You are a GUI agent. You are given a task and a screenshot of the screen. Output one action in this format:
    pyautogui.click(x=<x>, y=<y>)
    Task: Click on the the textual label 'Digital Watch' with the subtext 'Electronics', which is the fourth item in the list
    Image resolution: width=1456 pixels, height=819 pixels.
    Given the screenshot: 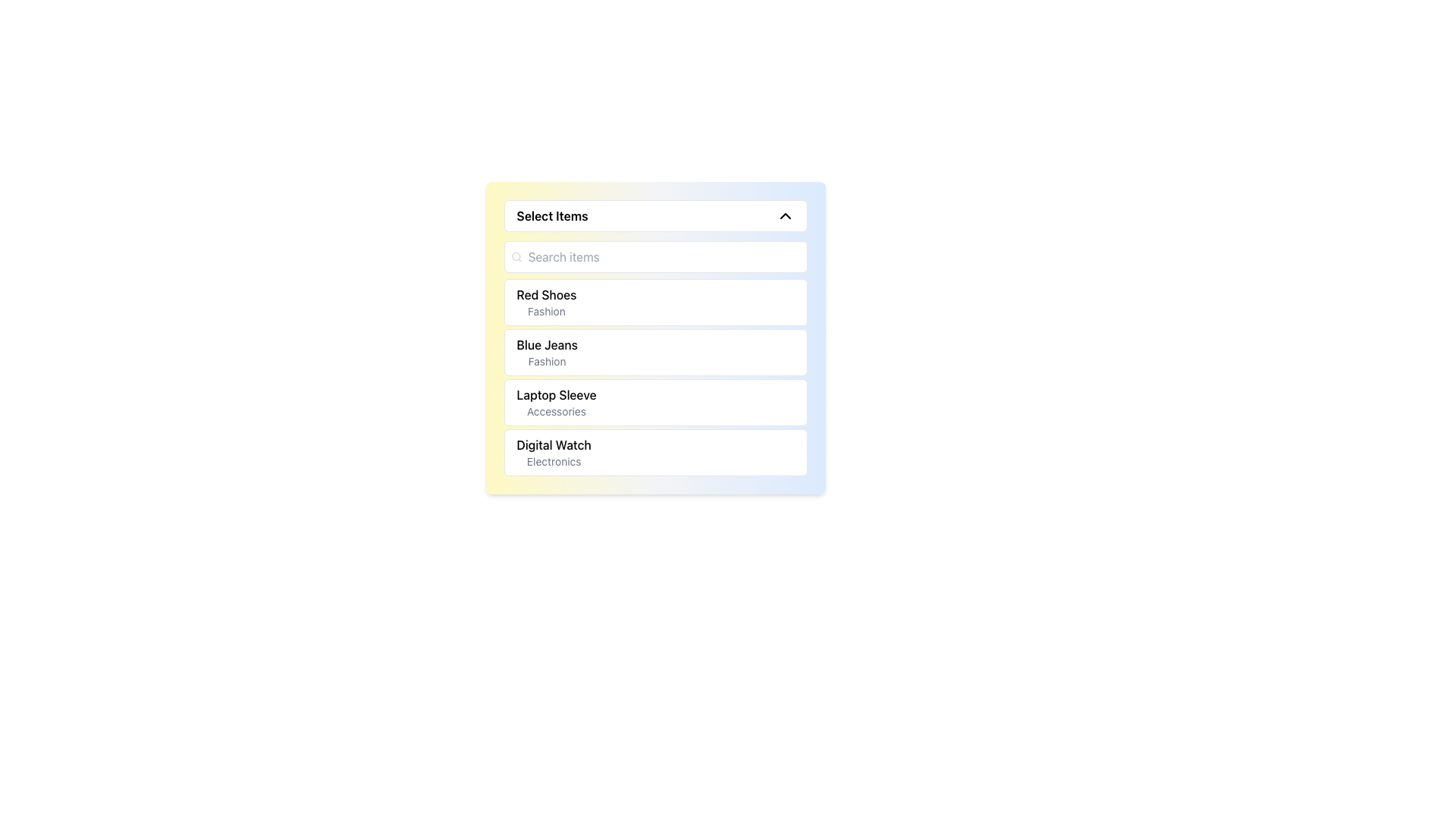 What is the action you would take?
    pyautogui.click(x=553, y=452)
    